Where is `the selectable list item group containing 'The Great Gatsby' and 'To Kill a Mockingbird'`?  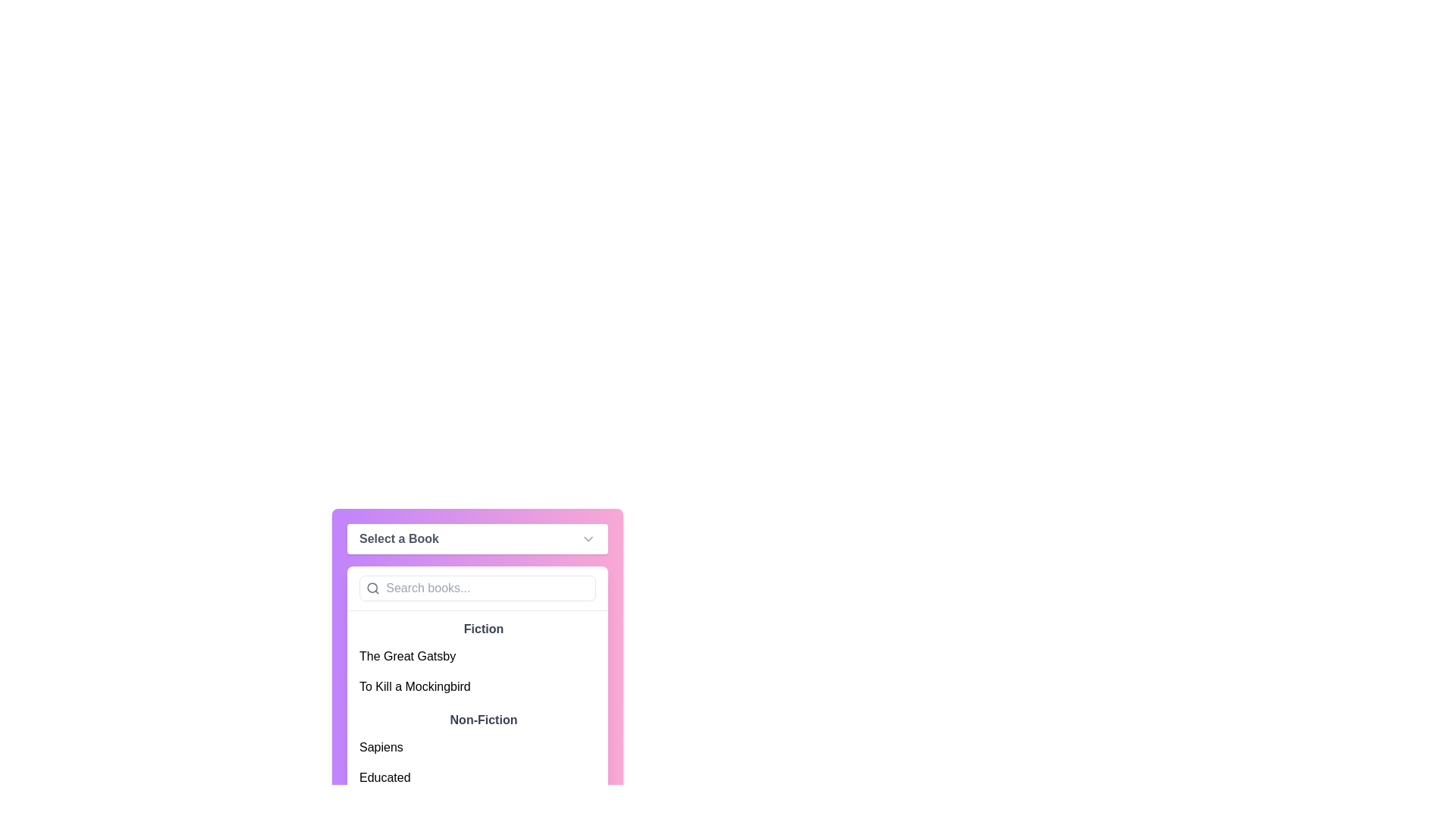
the selectable list item group containing 'The Great Gatsby' and 'To Kill a Mockingbird' is located at coordinates (476, 671).